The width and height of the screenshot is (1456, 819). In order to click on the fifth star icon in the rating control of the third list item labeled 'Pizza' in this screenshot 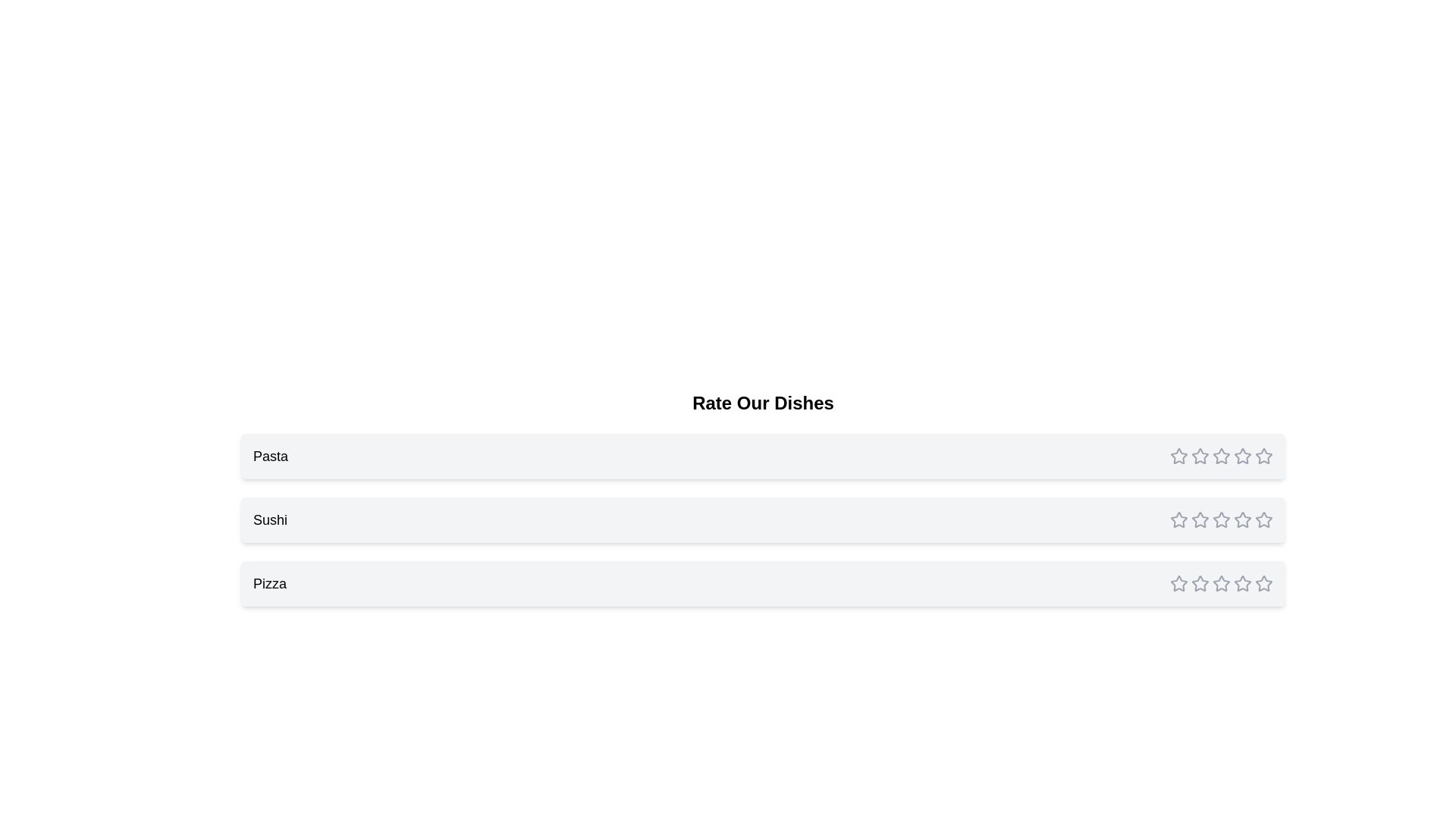, I will do `click(1263, 583)`.